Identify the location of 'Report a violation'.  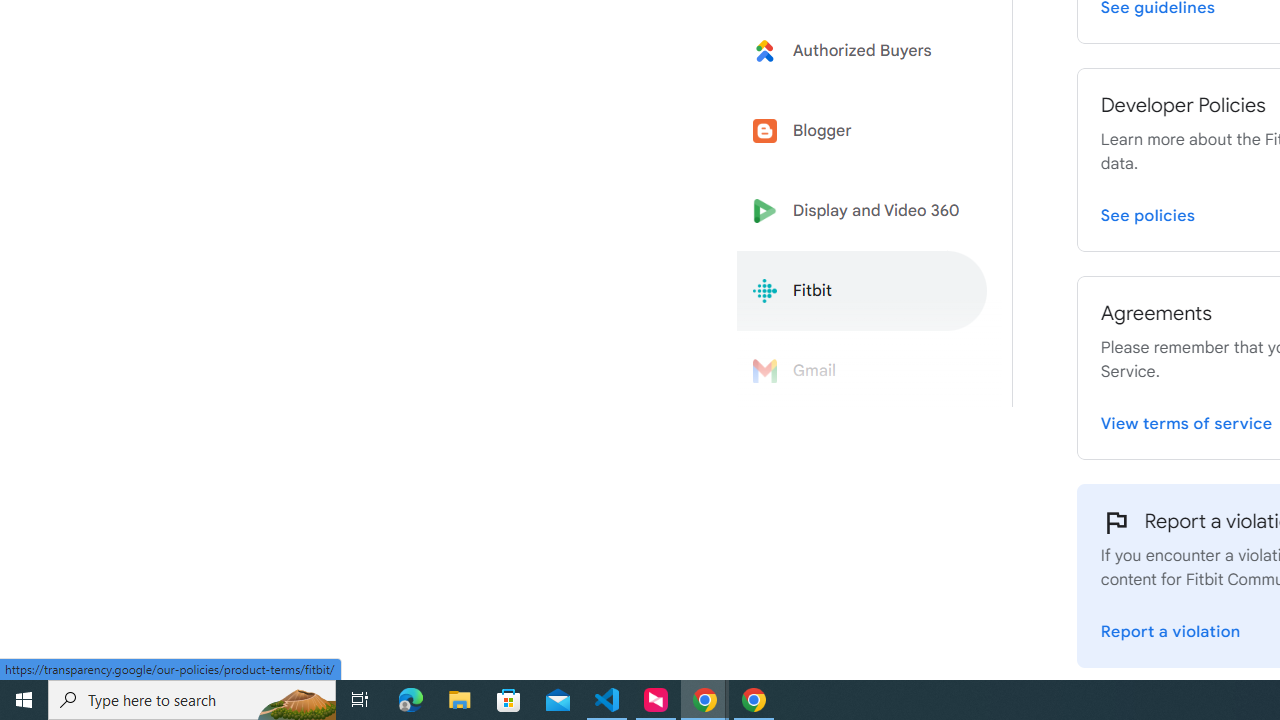
(1170, 627).